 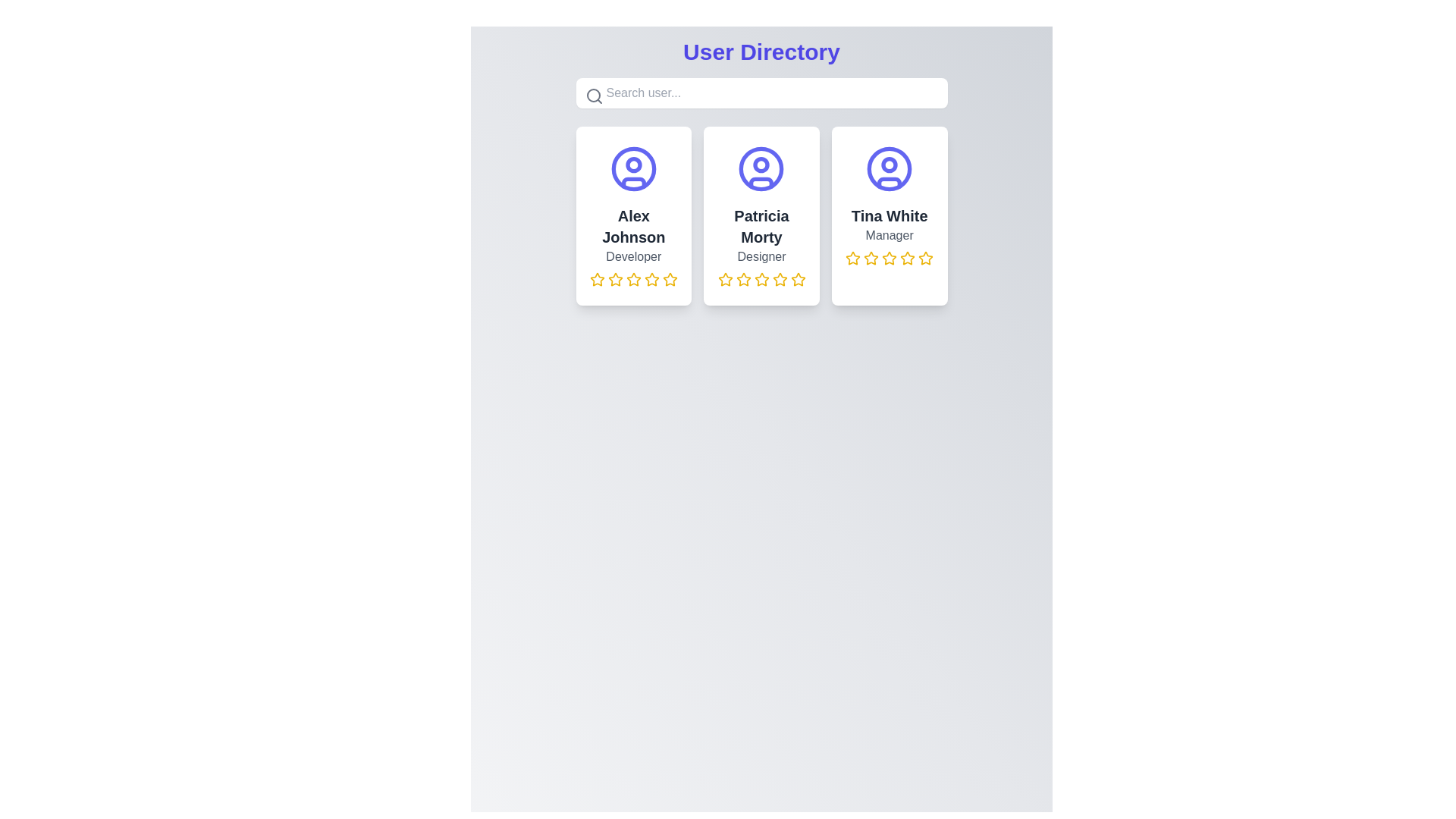 What do you see at coordinates (853, 257) in the screenshot?
I see `the first star in the five-star rating system located at the bottom of Tina White's profile card to rate` at bounding box center [853, 257].